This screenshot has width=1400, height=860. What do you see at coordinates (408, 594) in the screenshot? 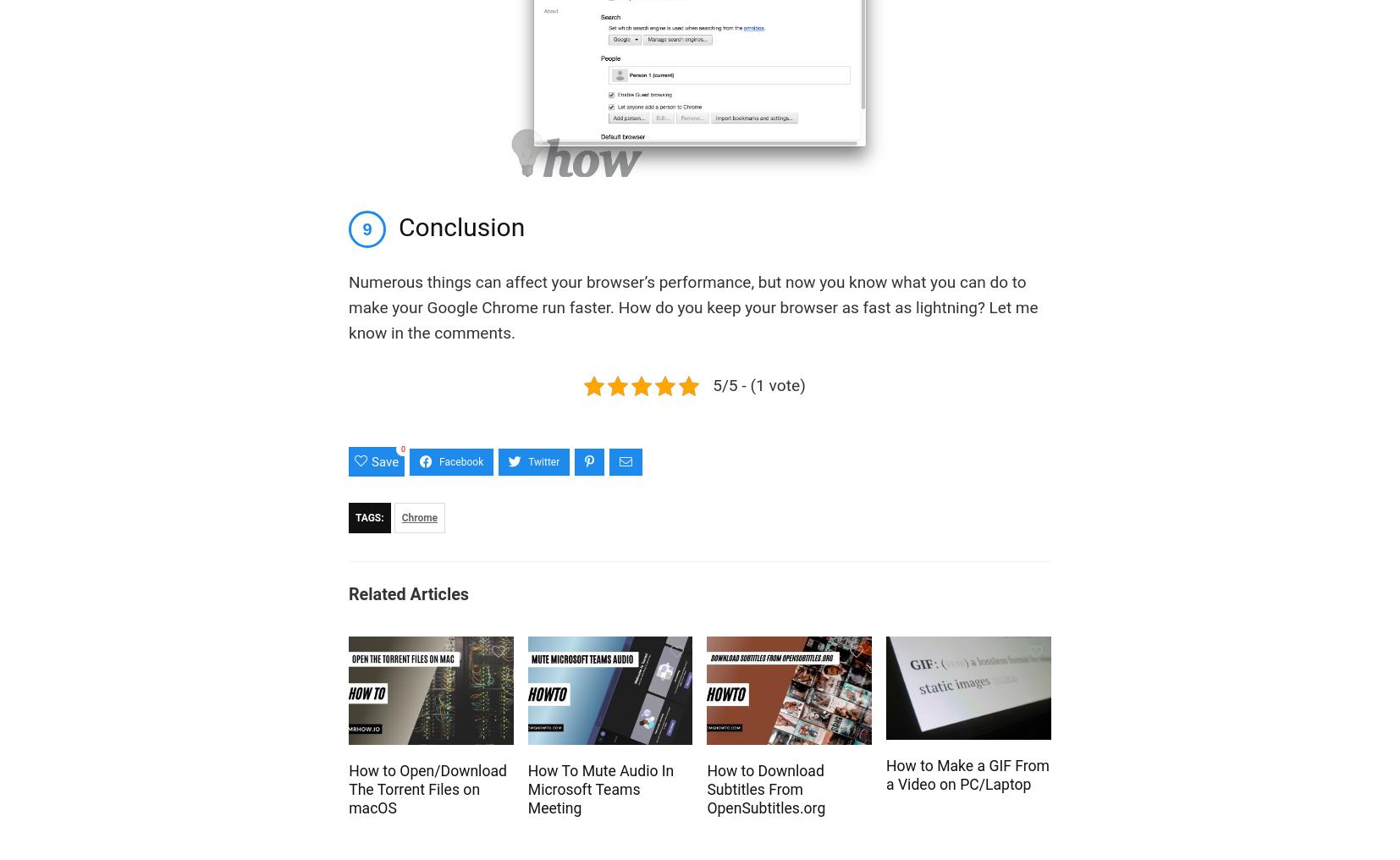
I see `'Related Articles'` at bounding box center [408, 594].